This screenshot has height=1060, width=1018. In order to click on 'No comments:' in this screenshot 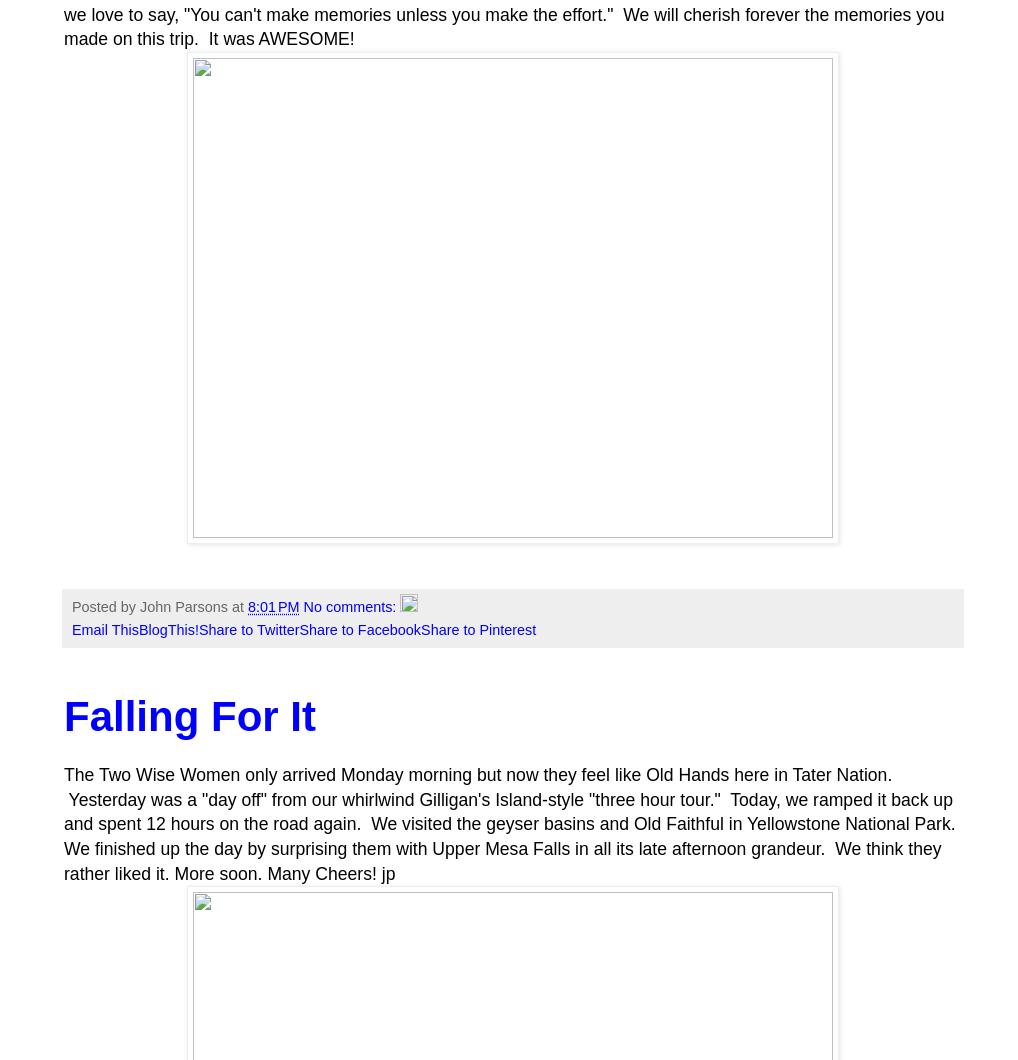, I will do `click(302, 606)`.